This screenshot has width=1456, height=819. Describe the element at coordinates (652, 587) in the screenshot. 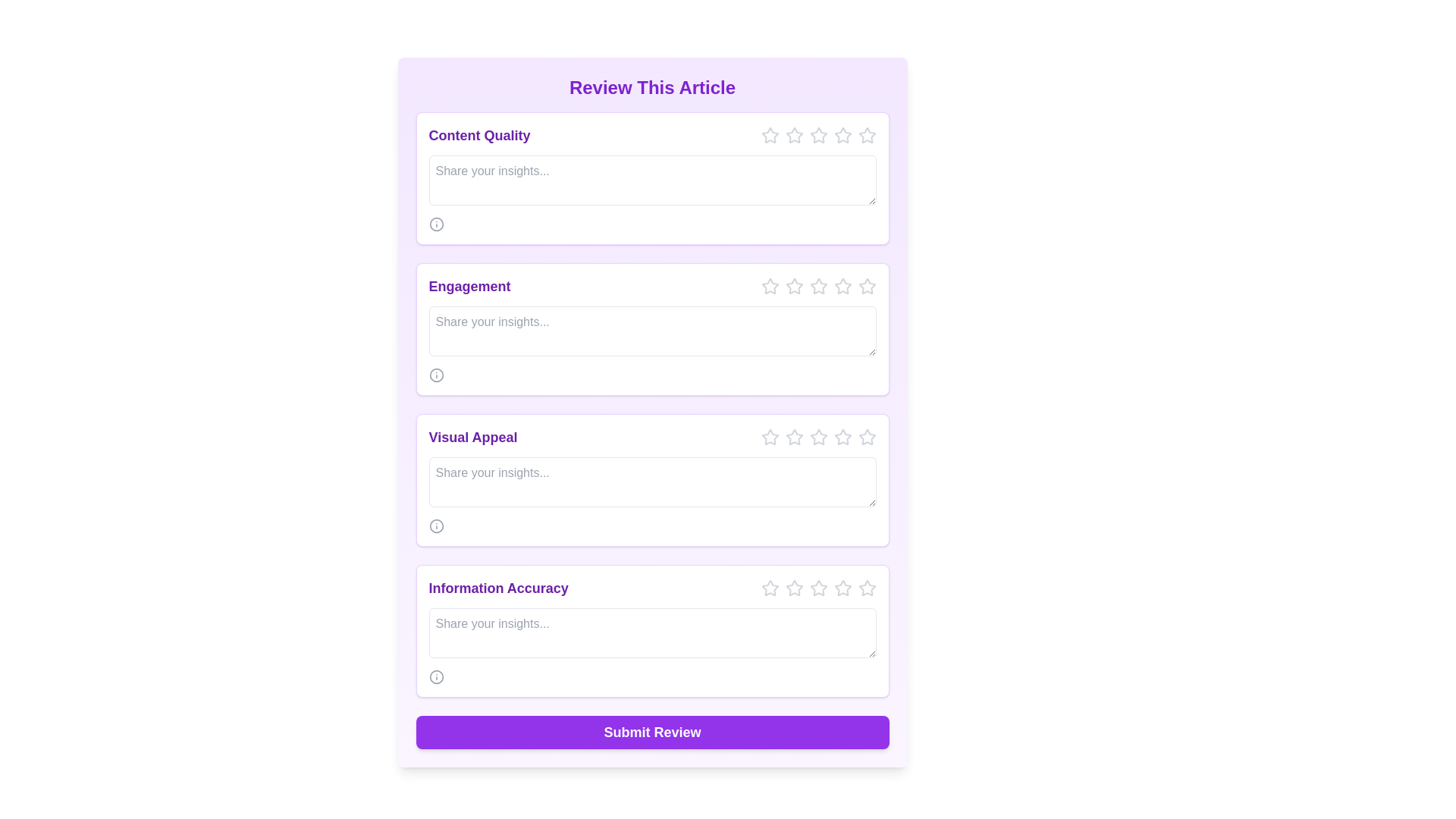

I see `one of the outlined star icons in the 'Information Accuracy' rating section` at that location.